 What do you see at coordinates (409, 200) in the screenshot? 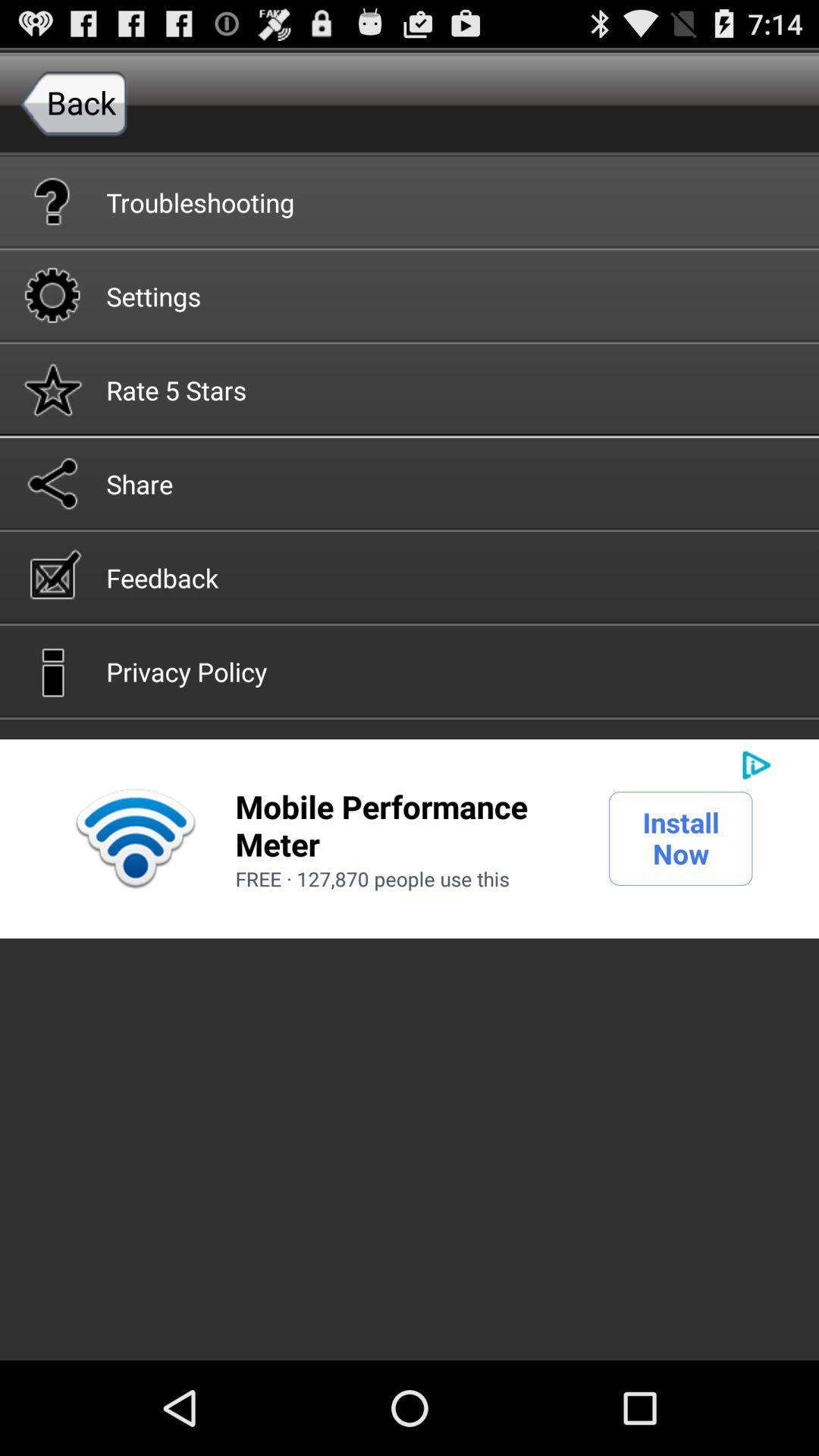
I see `the troubleshooting item` at bounding box center [409, 200].